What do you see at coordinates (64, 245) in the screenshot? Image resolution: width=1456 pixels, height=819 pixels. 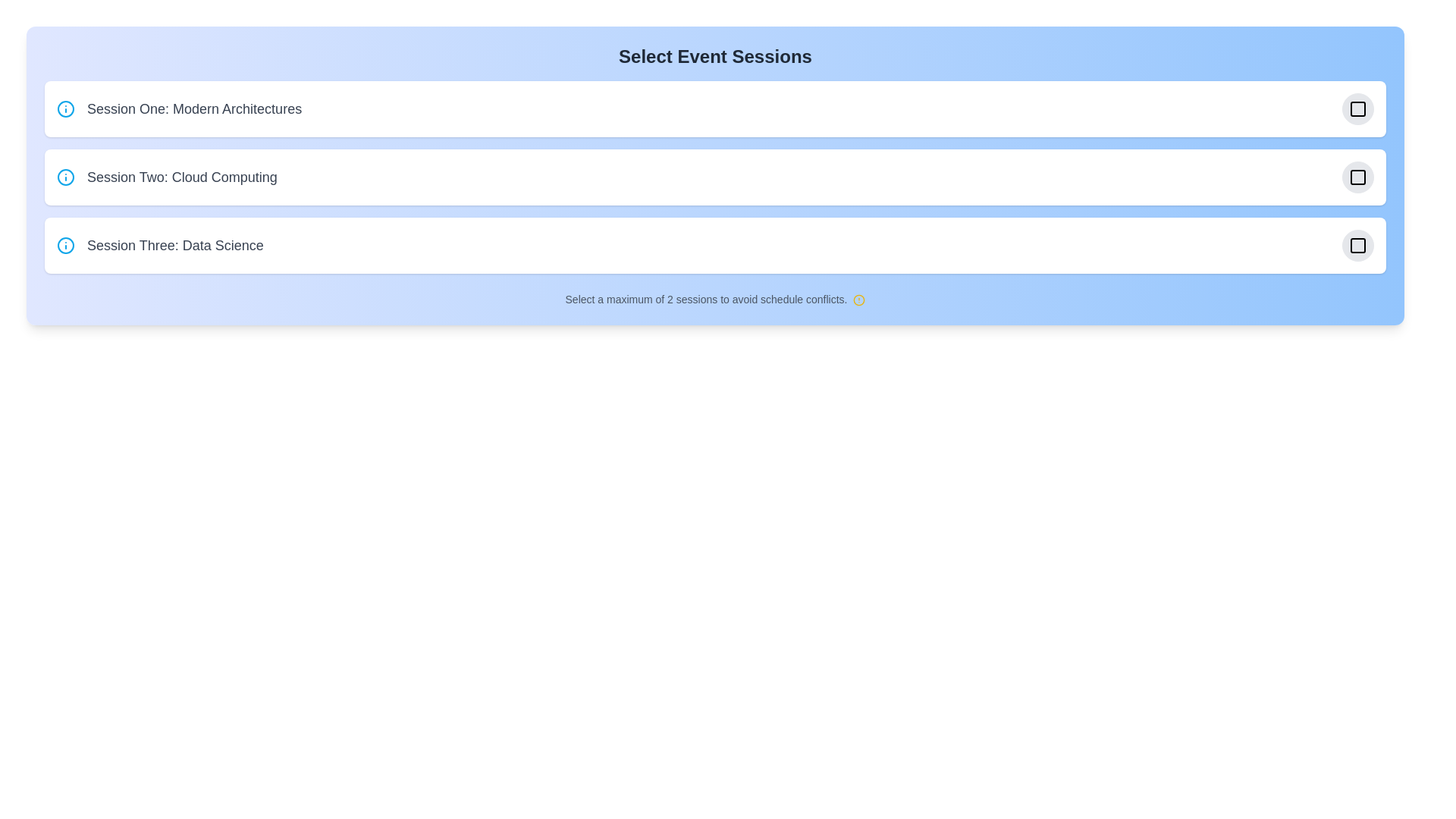 I see `the informational icon for Session Three: Data Science to reveal its tooltip` at bounding box center [64, 245].